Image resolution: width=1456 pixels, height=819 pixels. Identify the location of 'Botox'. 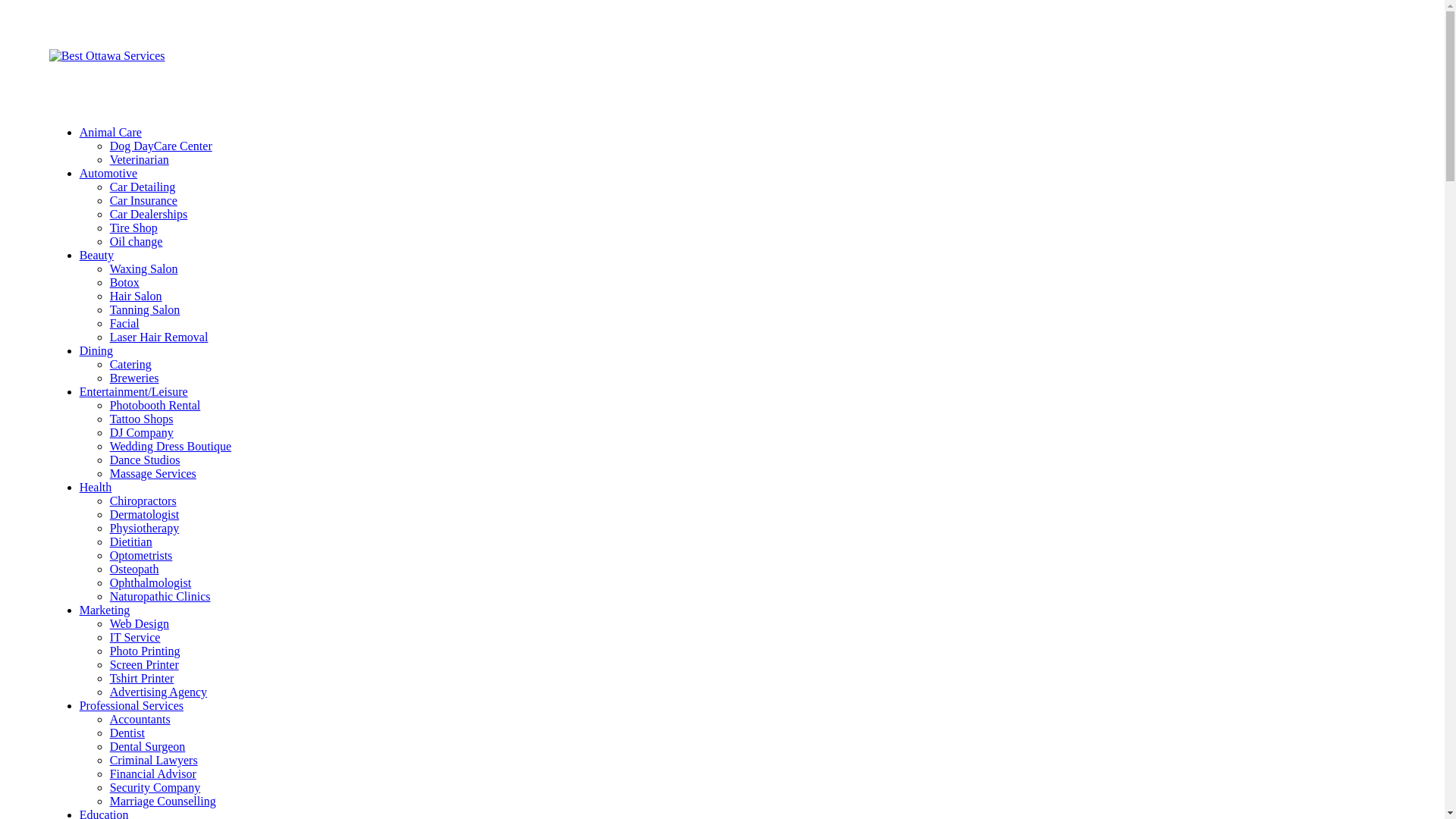
(124, 282).